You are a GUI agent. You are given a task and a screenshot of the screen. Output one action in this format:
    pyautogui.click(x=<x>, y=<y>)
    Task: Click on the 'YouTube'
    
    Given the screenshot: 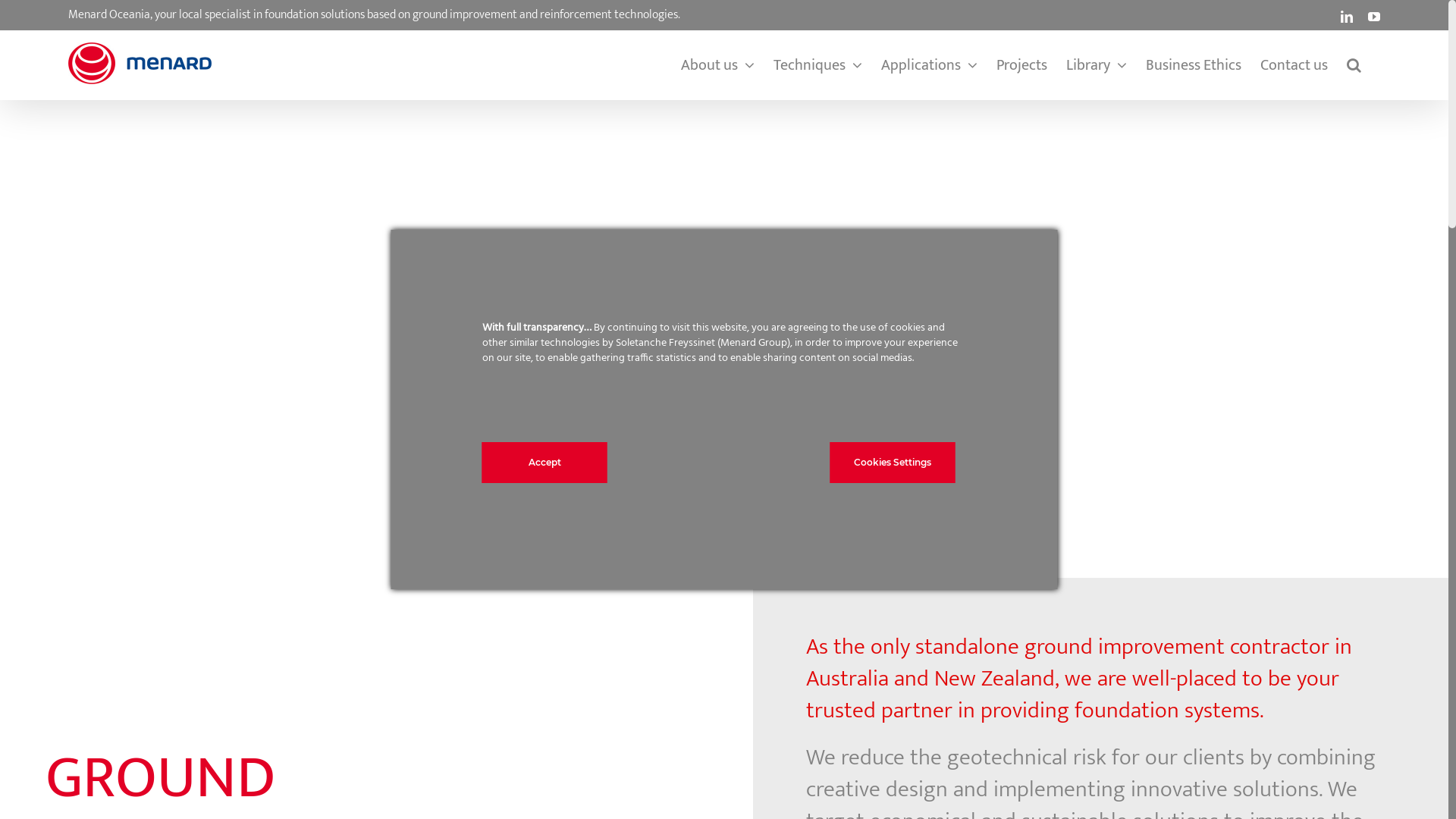 What is the action you would take?
    pyautogui.click(x=1373, y=17)
    